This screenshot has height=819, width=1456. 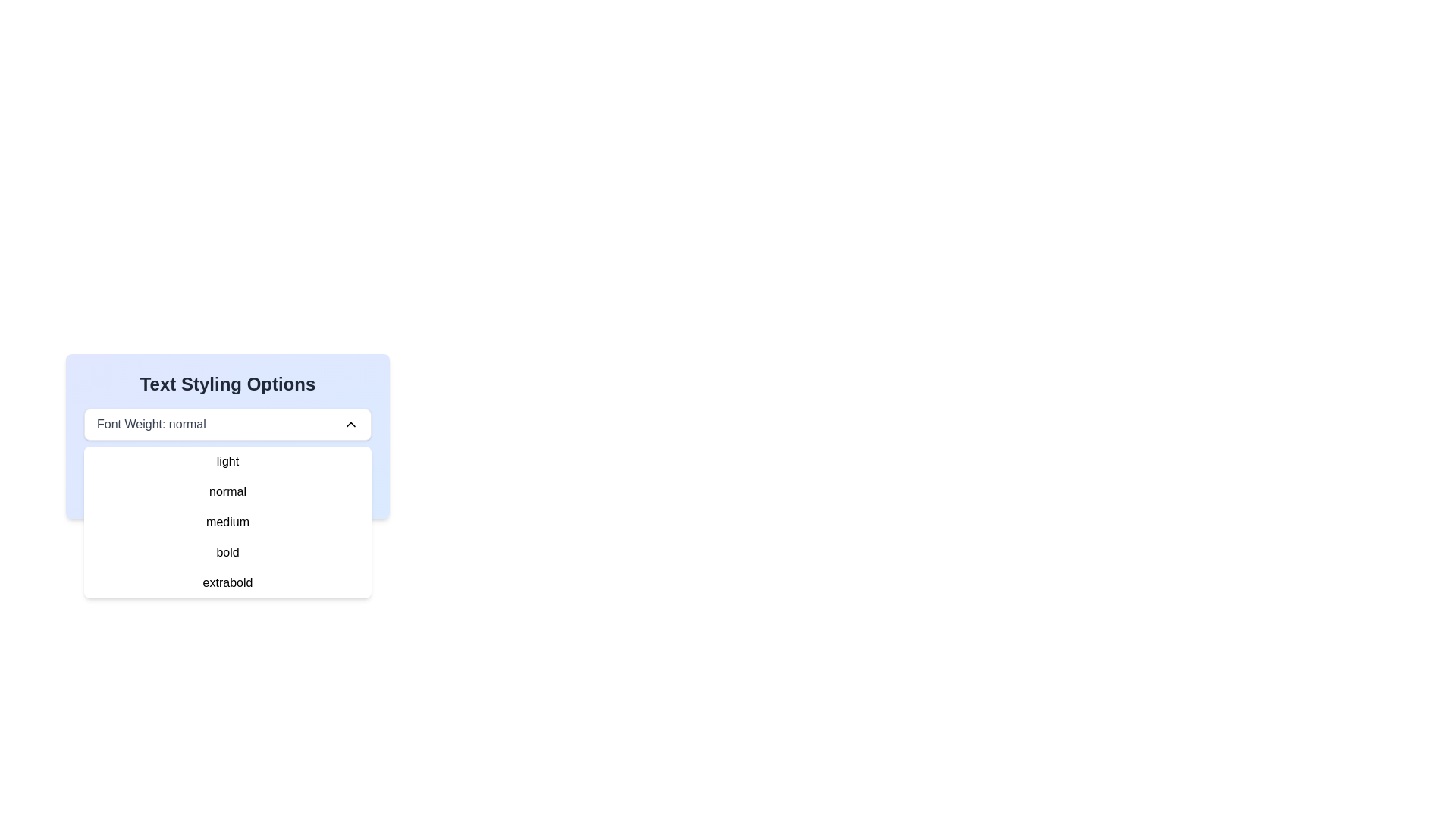 I want to click on the selectable list item displaying 'medium', so click(x=227, y=522).